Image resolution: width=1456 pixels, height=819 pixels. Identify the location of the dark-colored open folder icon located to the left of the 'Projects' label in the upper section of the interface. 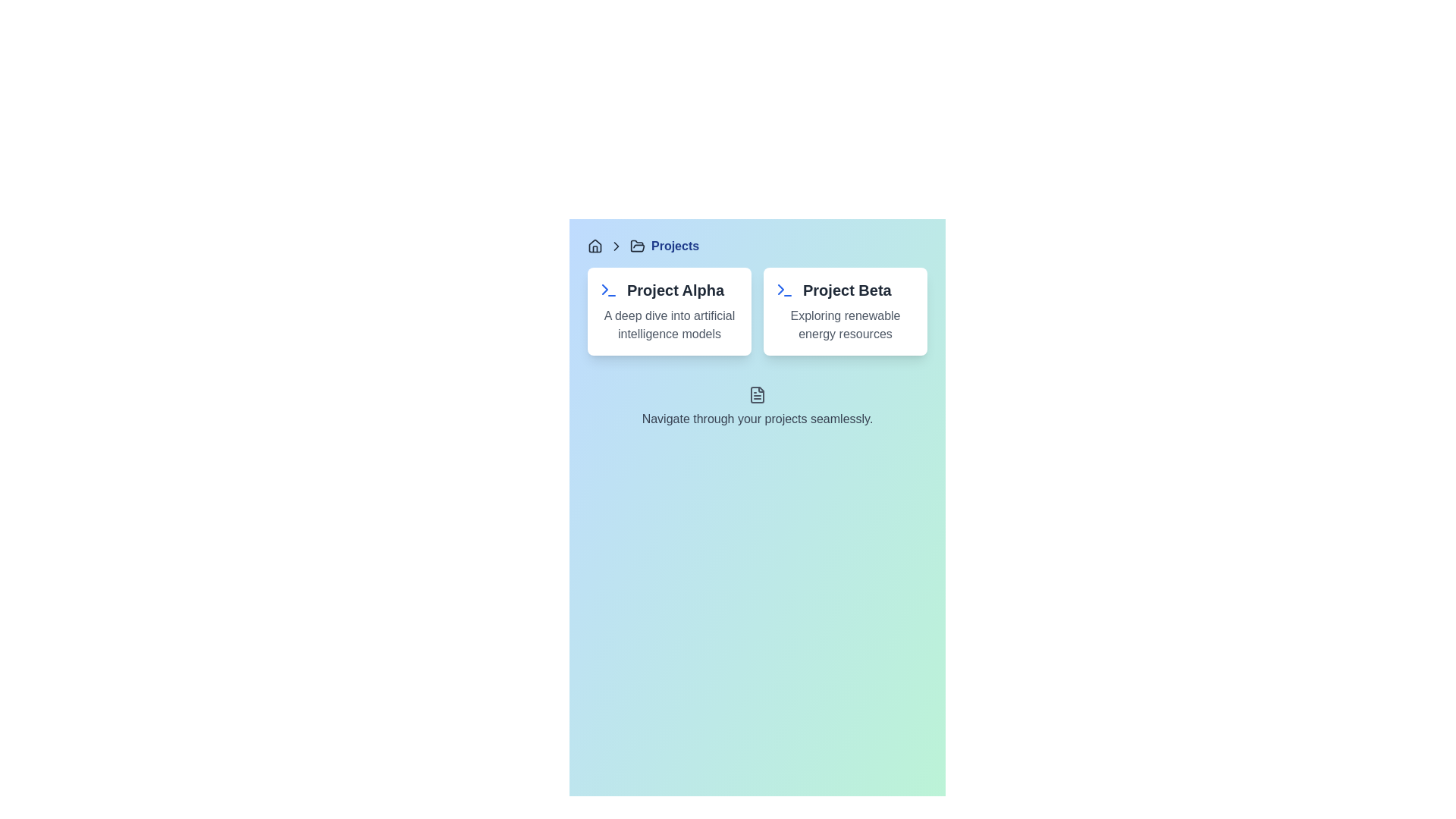
(637, 245).